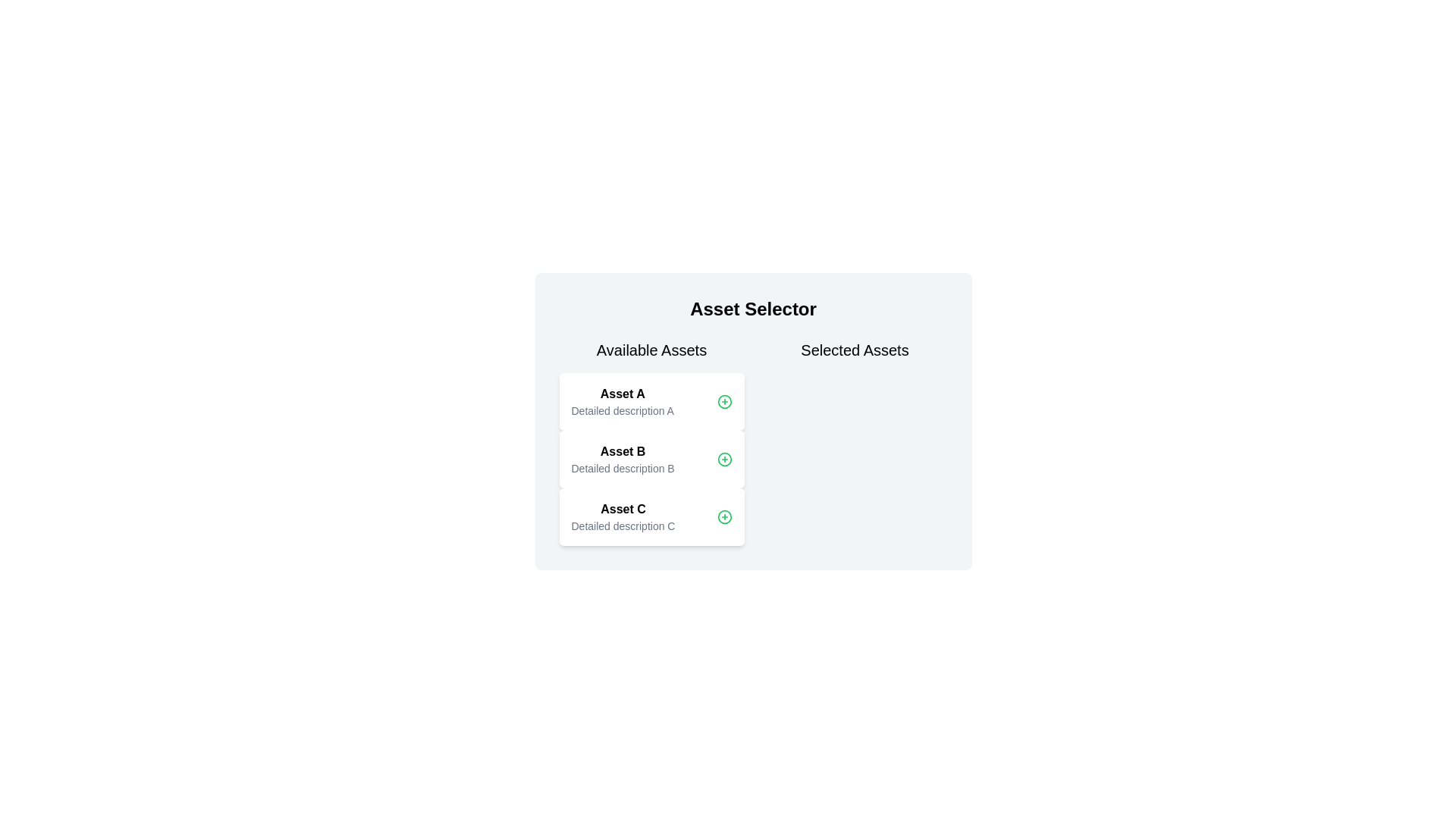 The image size is (1456, 819). What do you see at coordinates (623, 509) in the screenshot?
I see `the label displaying the bold text 'Asset C' in the 'Available Assets' section, which is the third entry in the list, located above 'Detailed description C' and below 'Asset B'` at bounding box center [623, 509].